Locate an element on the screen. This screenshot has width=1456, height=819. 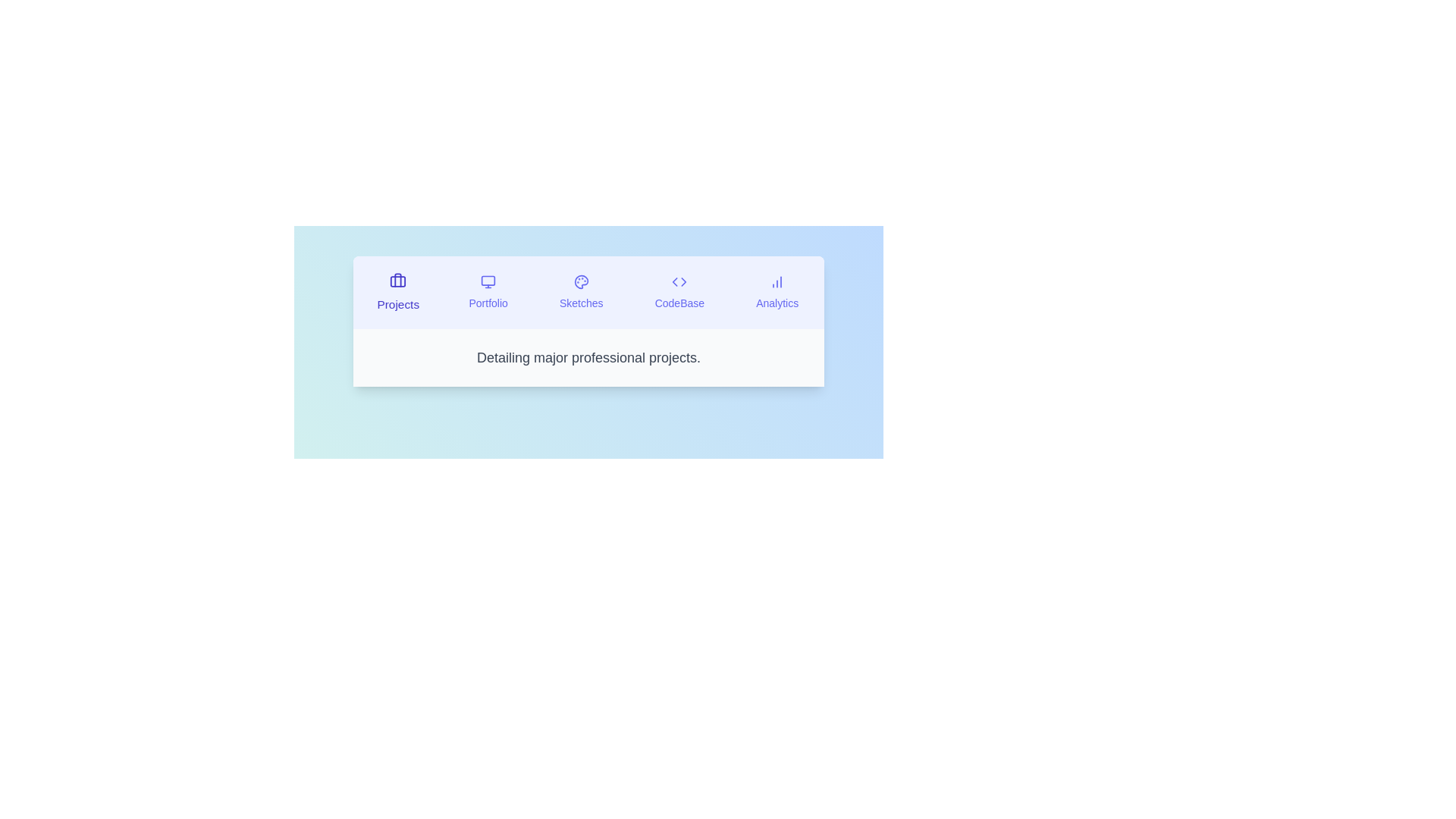
the tab labeled Projects is located at coordinates (398, 292).